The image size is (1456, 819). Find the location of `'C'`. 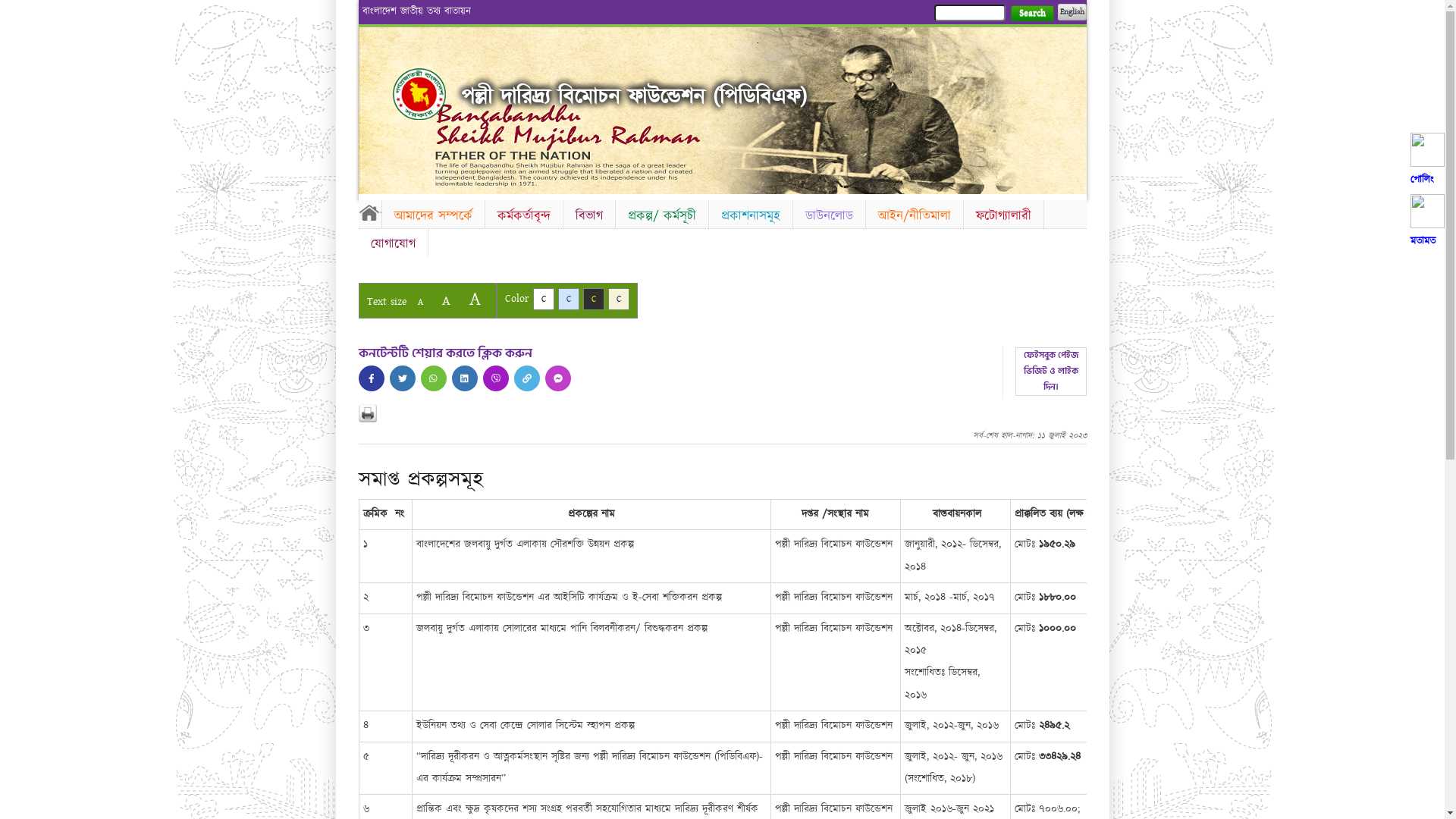

'C' is located at coordinates (542, 299).